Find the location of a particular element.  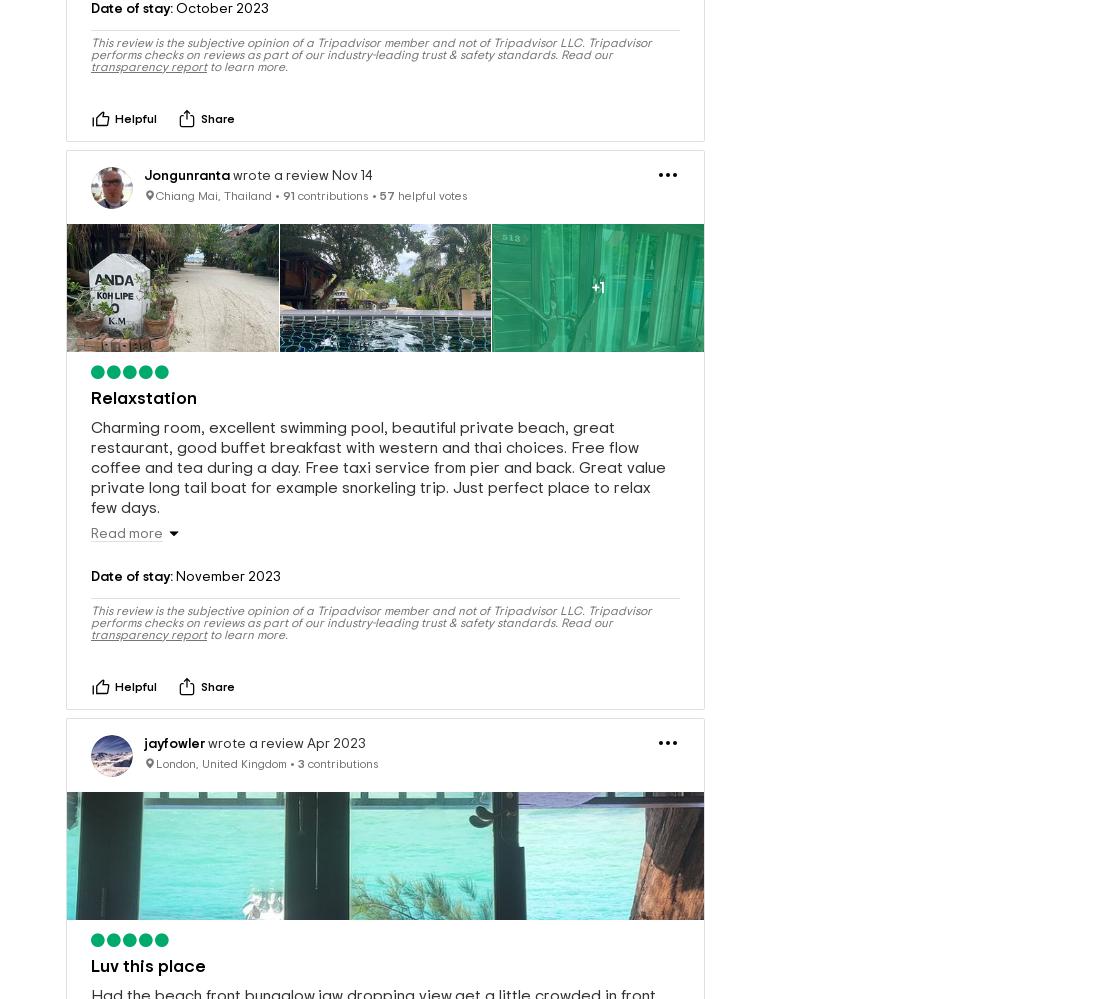

'Charming room, excellent swimming pool, beautiful private beach, great restaurant, good buffet breakfast with western and thai choices.  Free flow coffee and tea during a day.  Free taxi service from pier and back.  Great value private long tail boat for example snorkeling trip.  Just perfect place to relax few days.' is located at coordinates (378, 433).